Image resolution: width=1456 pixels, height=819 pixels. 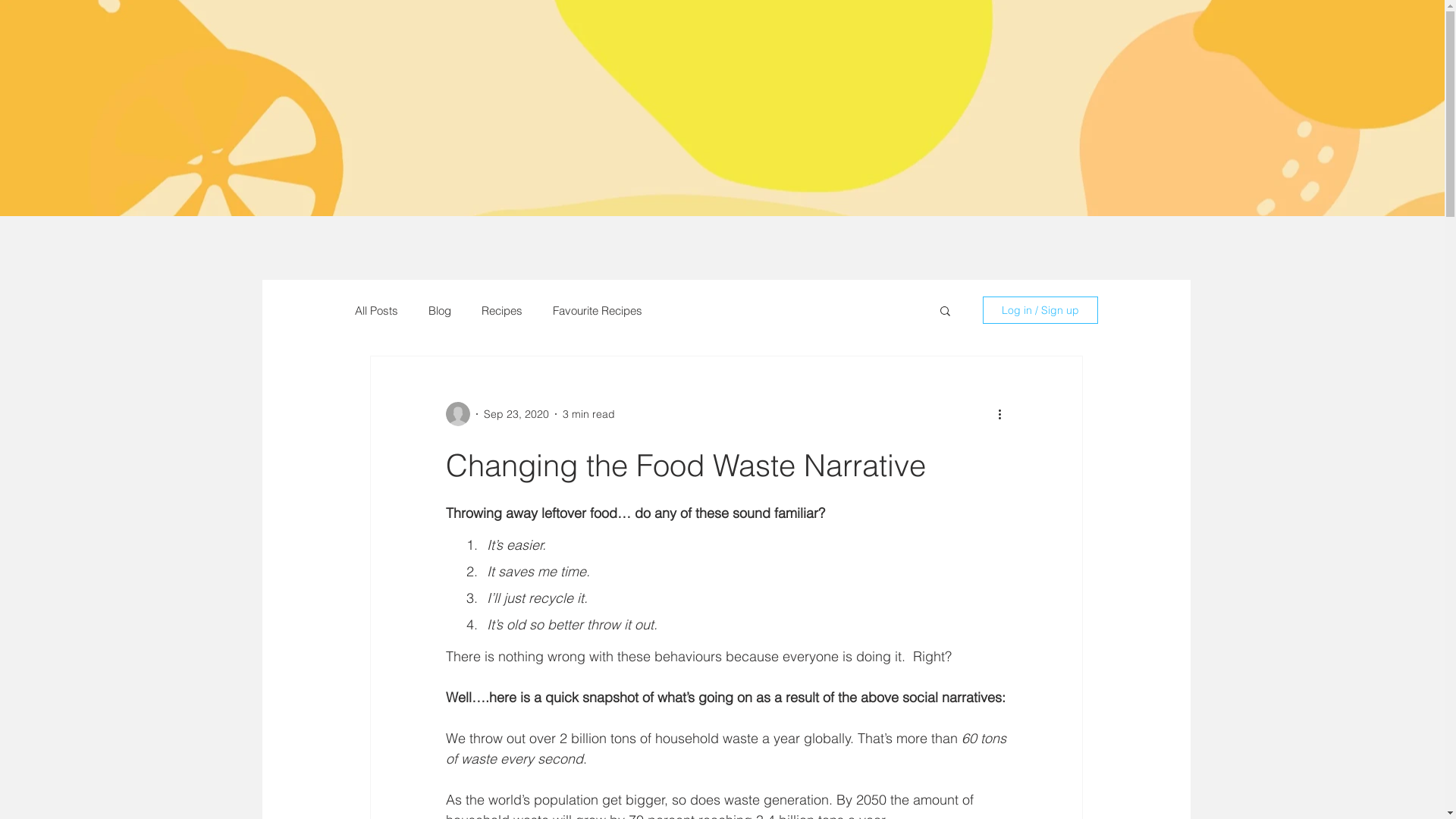 What do you see at coordinates (376, 309) in the screenshot?
I see `'All Posts'` at bounding box center [376, 309].